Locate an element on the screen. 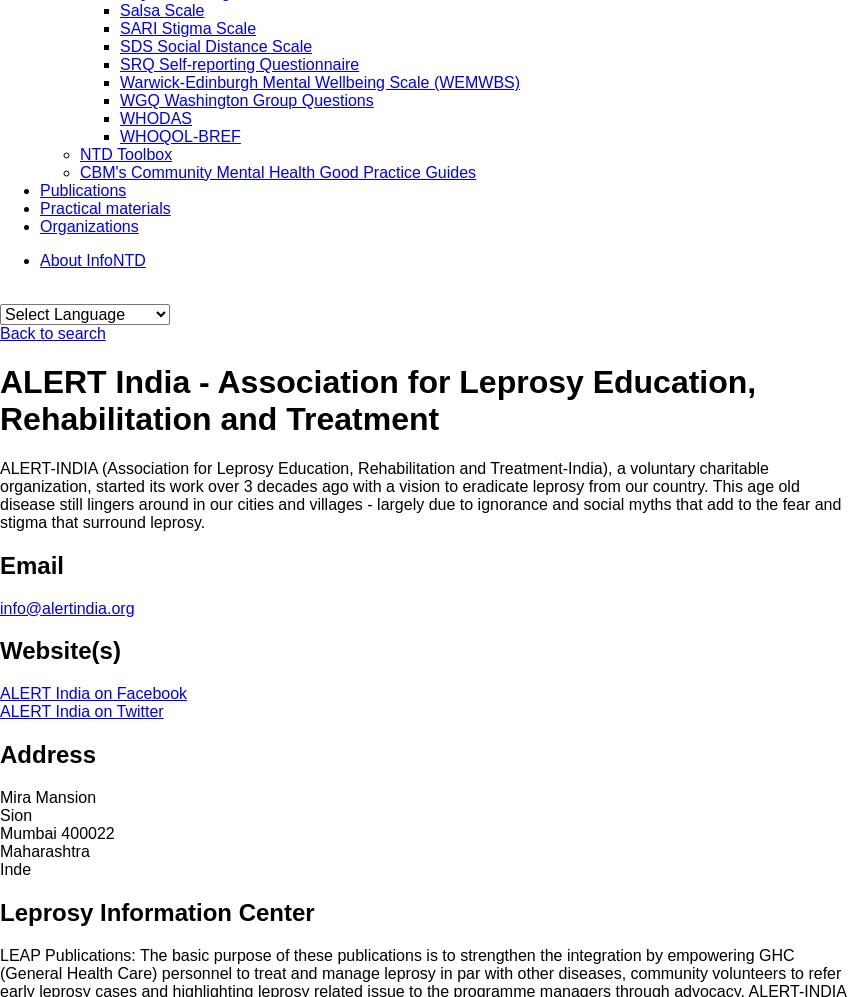 Image resolution: width=850 pixels, height=997 pixels. 'Mumbai' is located at coordinates (26, 833).